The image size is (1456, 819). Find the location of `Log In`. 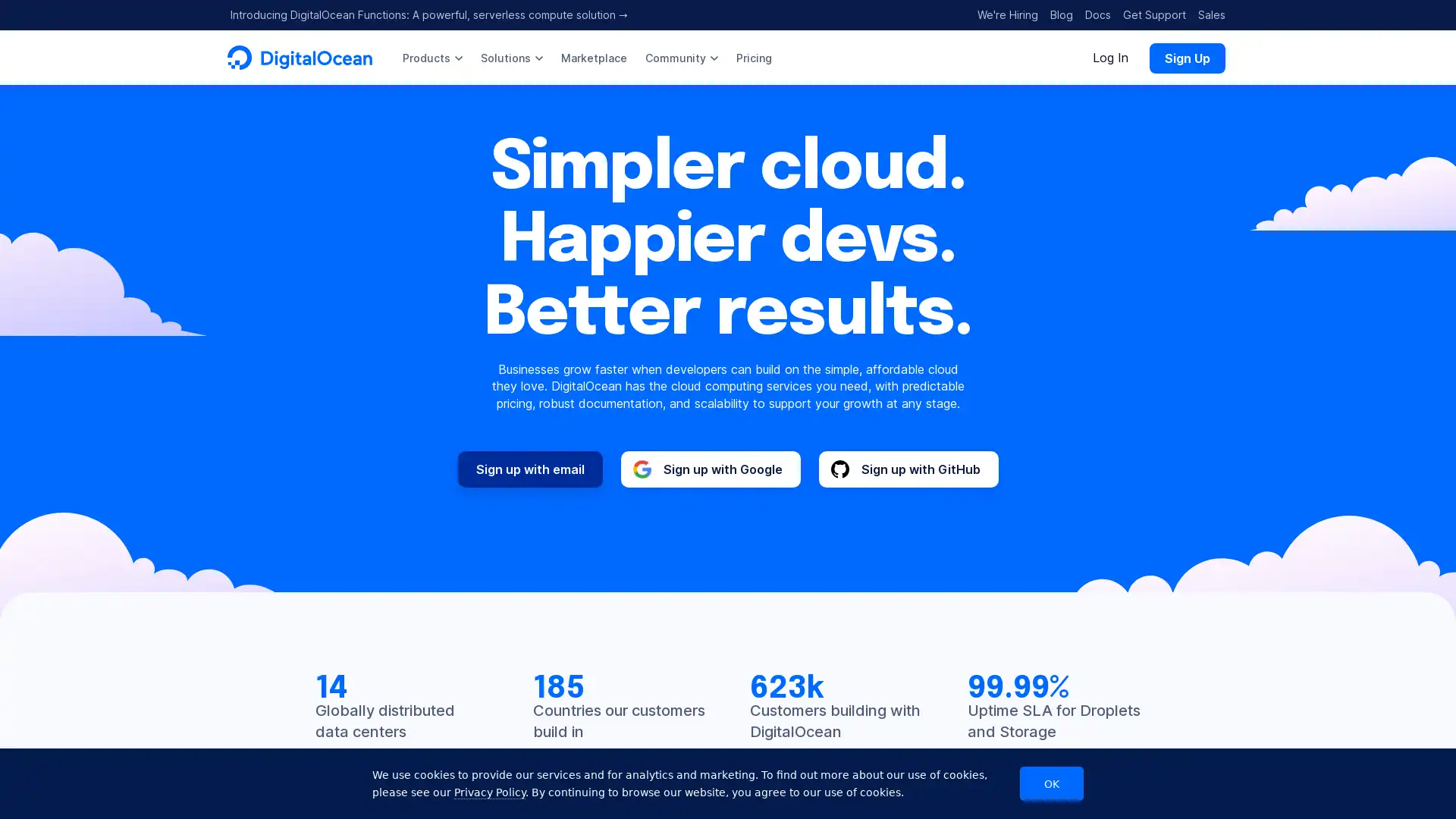

Log In is located at coordinates (1110, 57).